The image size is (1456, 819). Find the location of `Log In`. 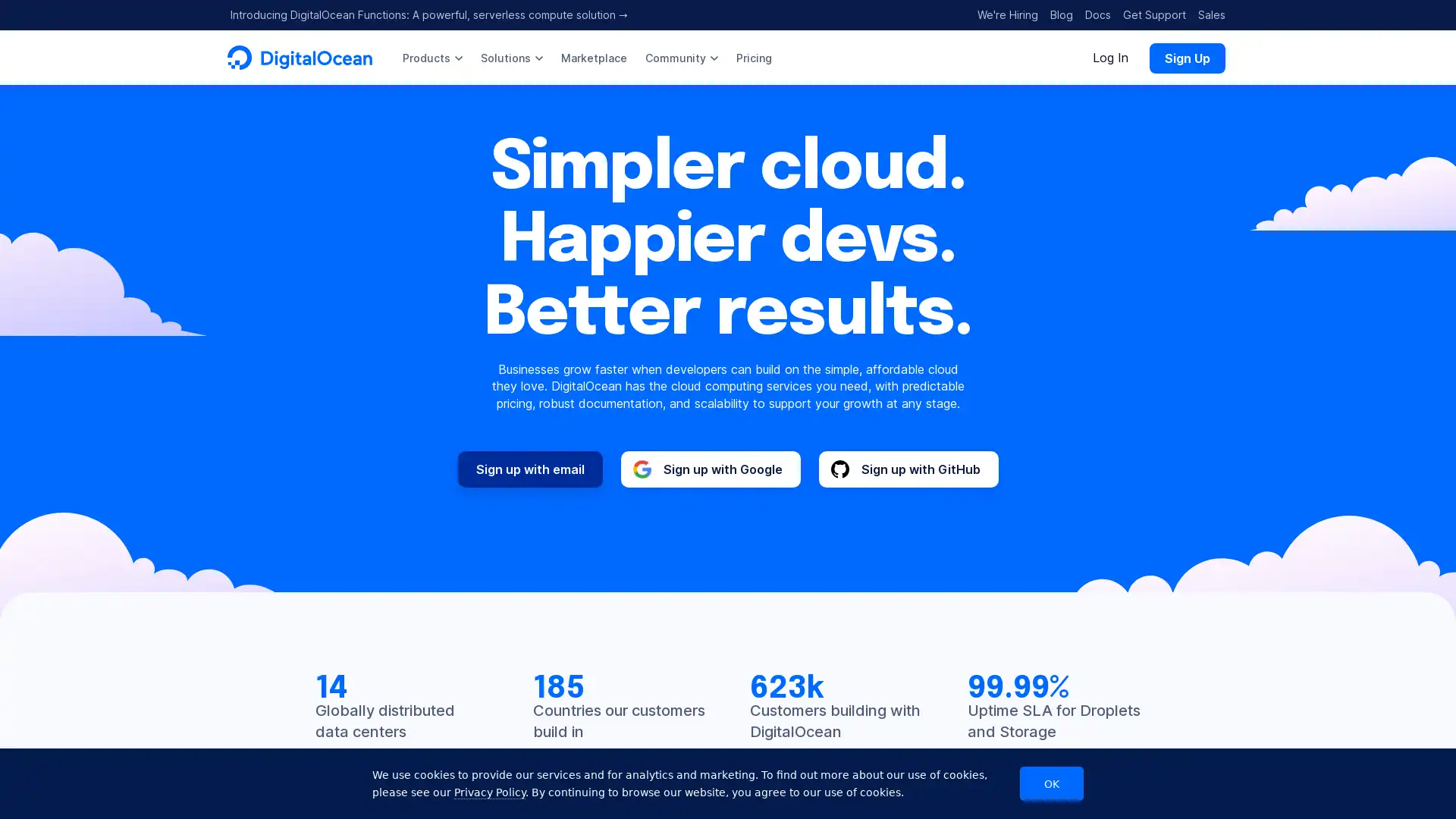

Log In is located at coordinates (1110, 57).